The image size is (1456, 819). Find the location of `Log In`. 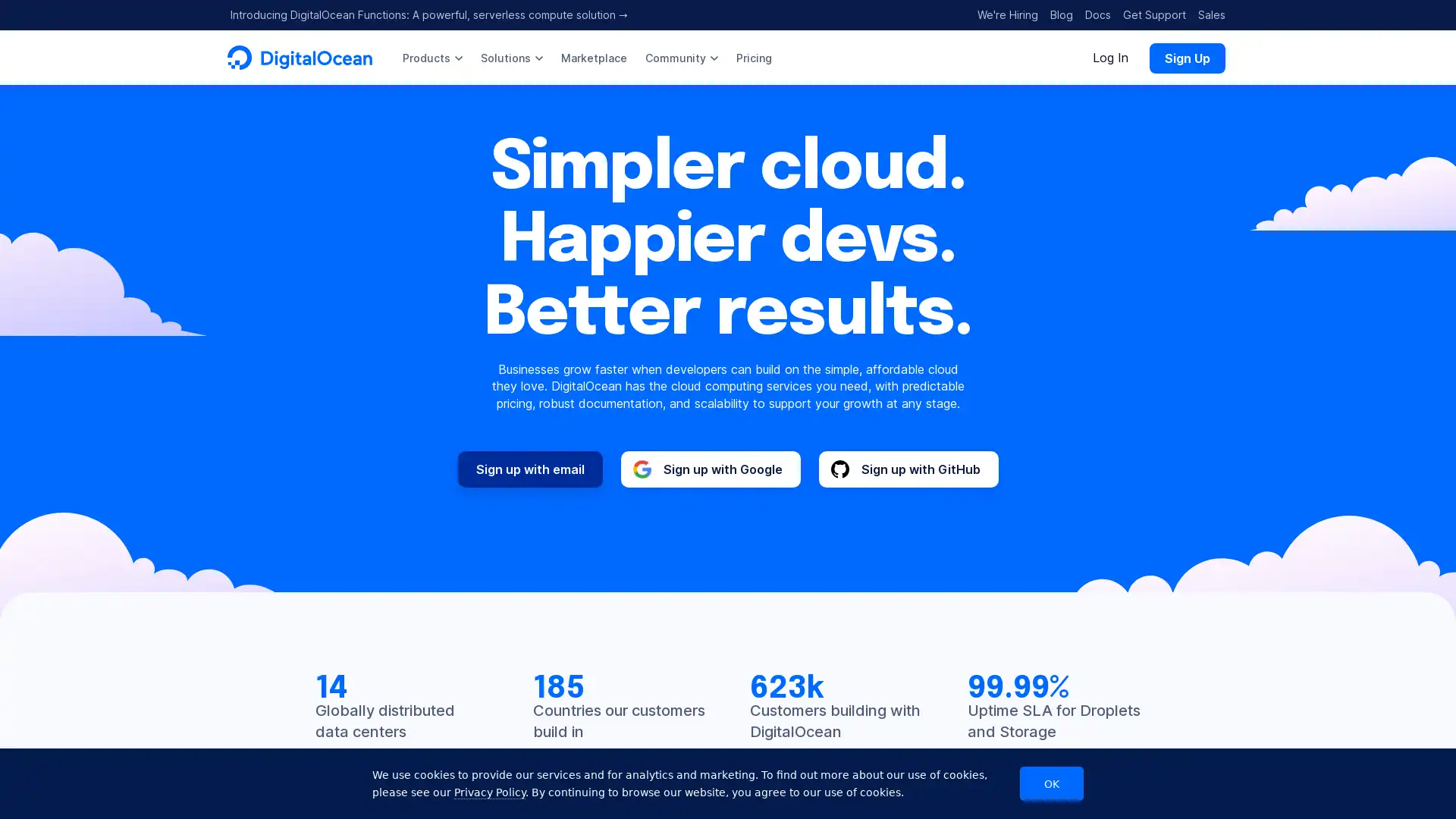

Log In is located at coordinates (1110, 57).